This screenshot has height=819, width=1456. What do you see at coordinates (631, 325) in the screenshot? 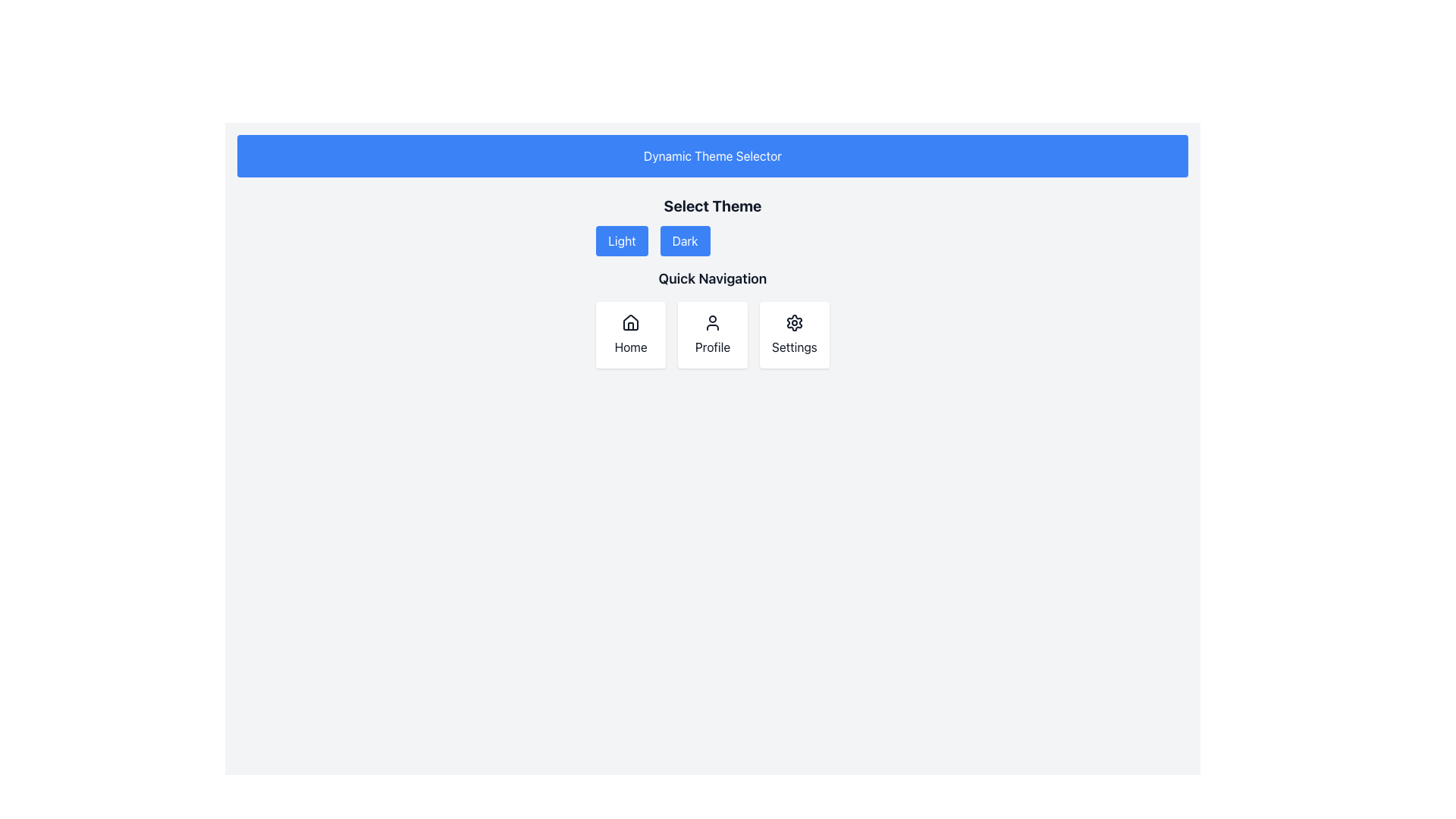
I see `the 'Home' button by clicking on the door element, which is a vertical rectangular shape located inside the house icon in the 'Quick Navigation' group` at bounding box center [631, 325].